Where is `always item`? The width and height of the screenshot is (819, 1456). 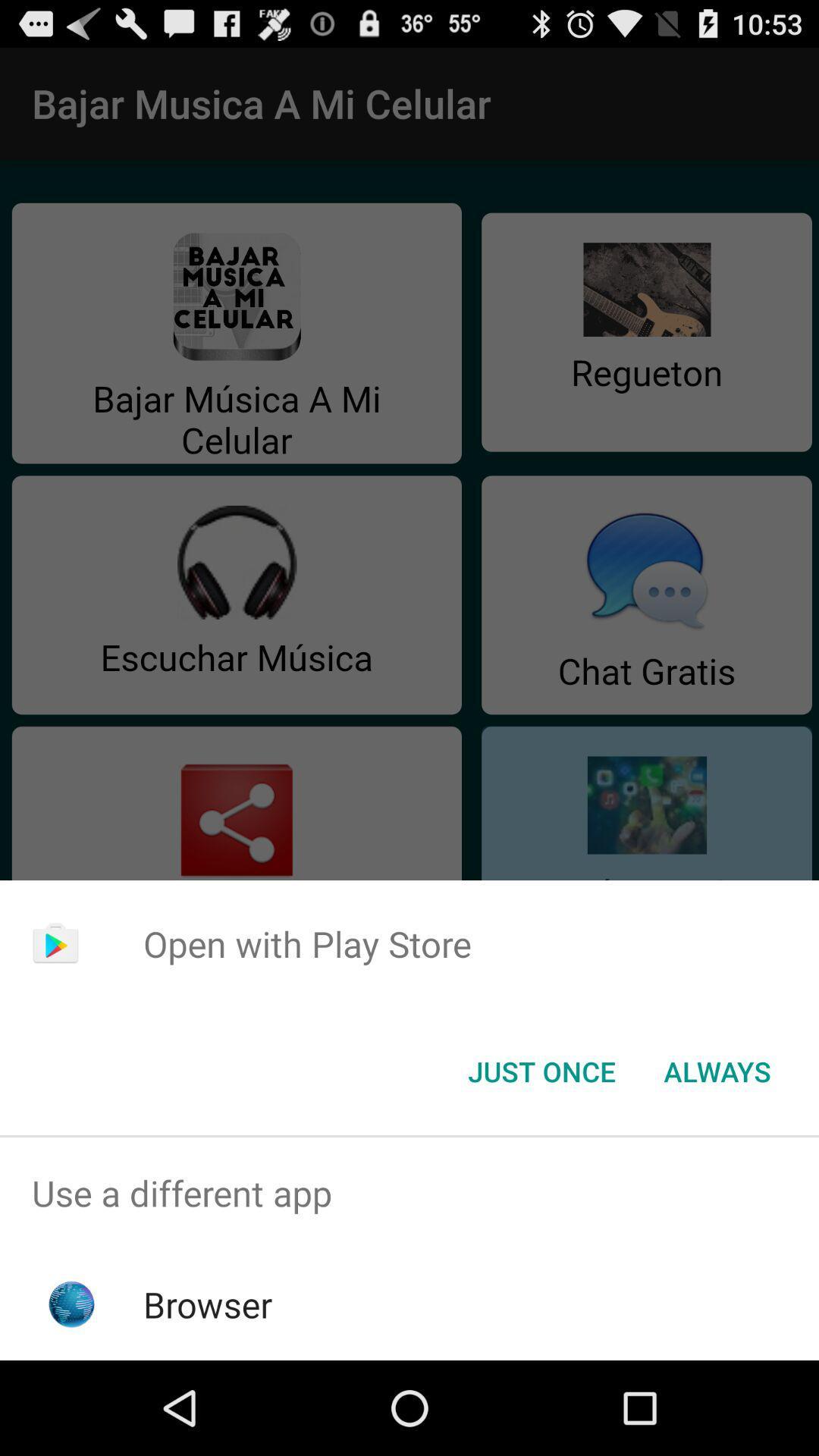
always item is located at coordinates (717, 1070).